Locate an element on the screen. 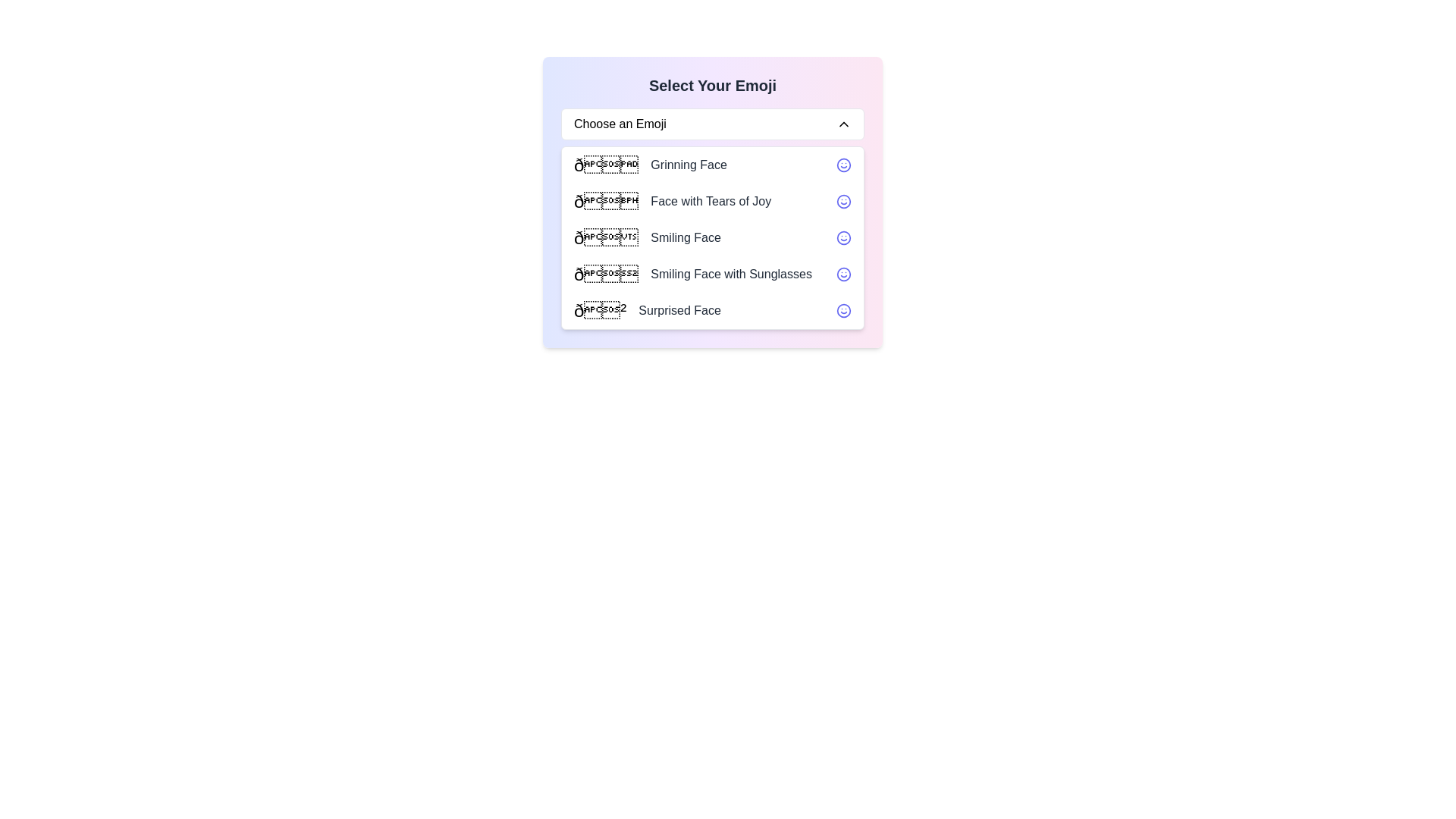  the list item displaying 'Smiling Face with Sunglasses' is located at coordinates (712, 275).